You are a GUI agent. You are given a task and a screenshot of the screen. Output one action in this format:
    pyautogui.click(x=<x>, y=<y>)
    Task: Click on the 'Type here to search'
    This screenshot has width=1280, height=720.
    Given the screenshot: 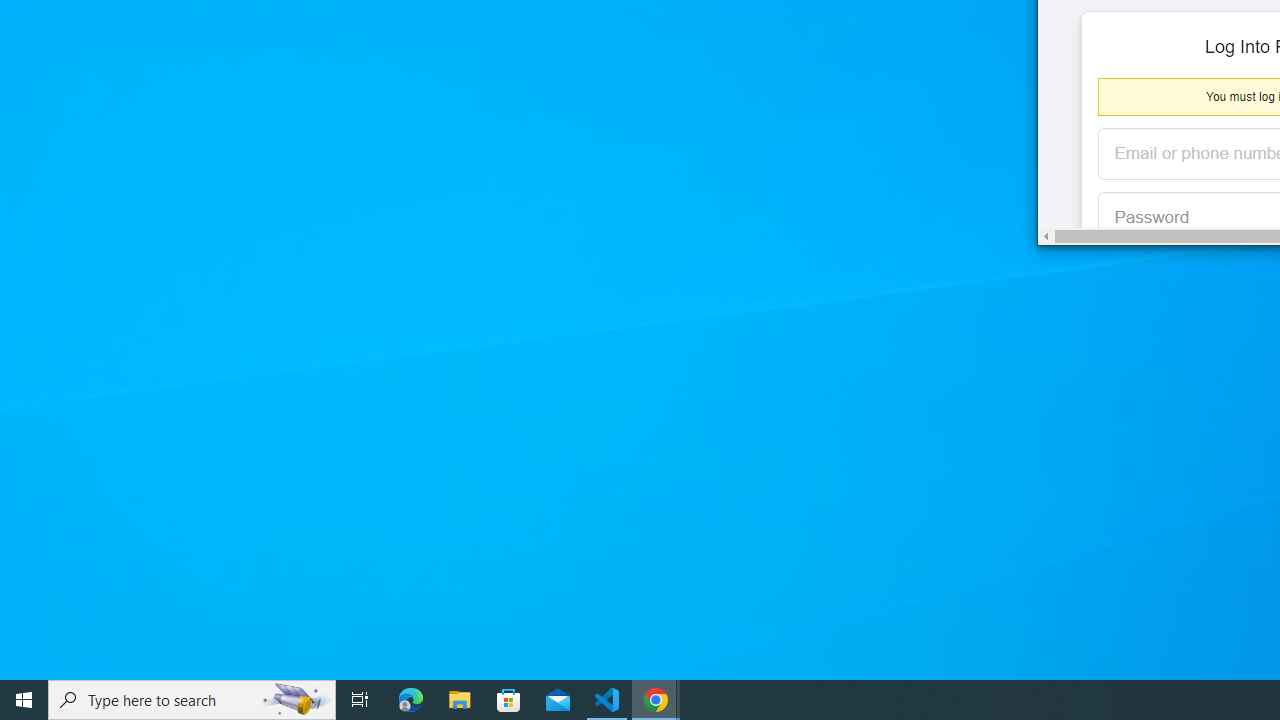 What is the action you would take?
    pyautogui.click(x=192, y=698)
    